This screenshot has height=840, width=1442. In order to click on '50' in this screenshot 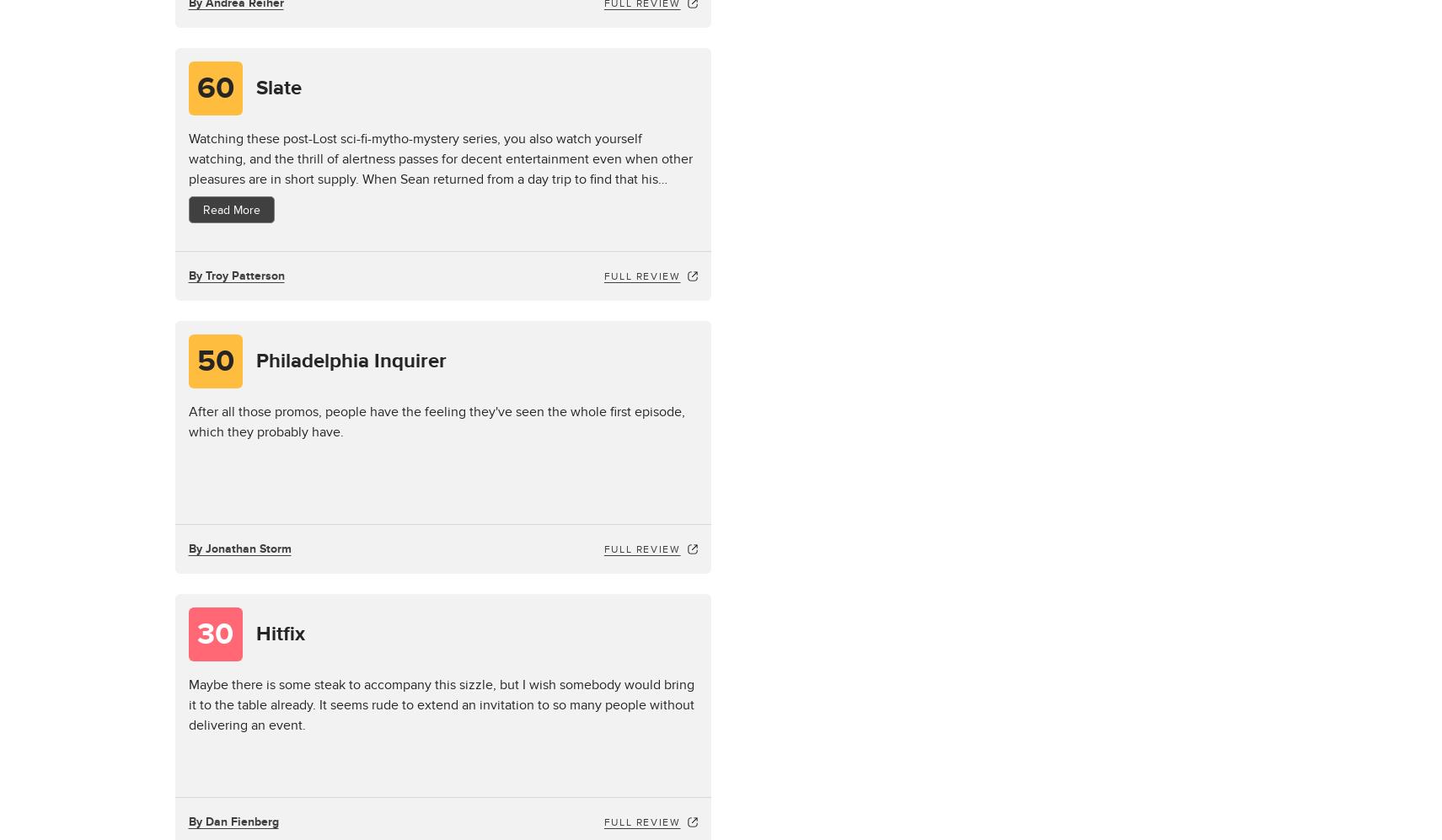, I will do `click(213, 361)`.